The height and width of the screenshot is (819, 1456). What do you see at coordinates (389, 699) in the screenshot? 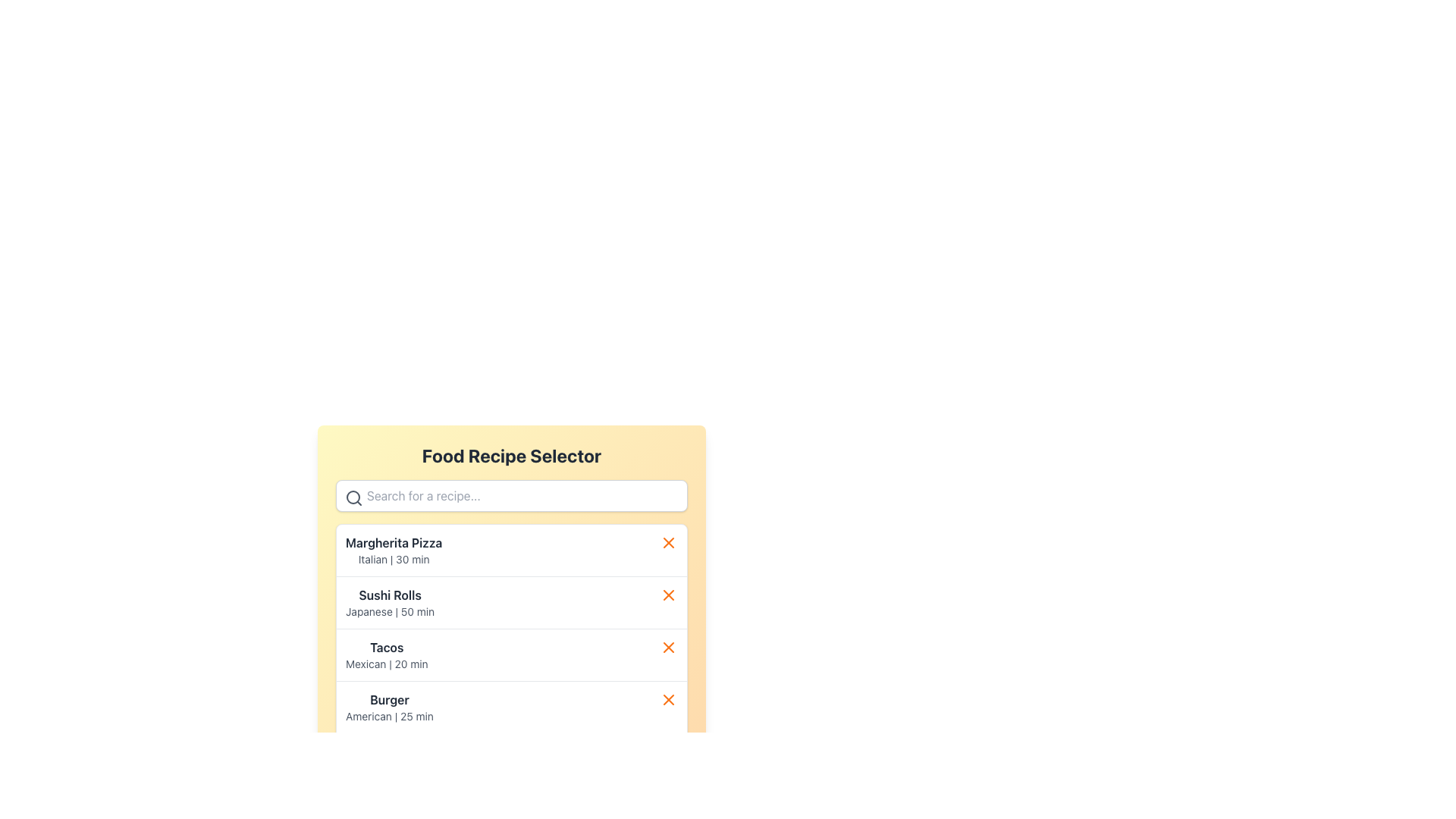
I see `the text label that displays 'Burger', which is the first line of text in the fourth position within a vertical list of selectable options in the 'Food Recipe Selector' section` at bounding box center [389, 699].